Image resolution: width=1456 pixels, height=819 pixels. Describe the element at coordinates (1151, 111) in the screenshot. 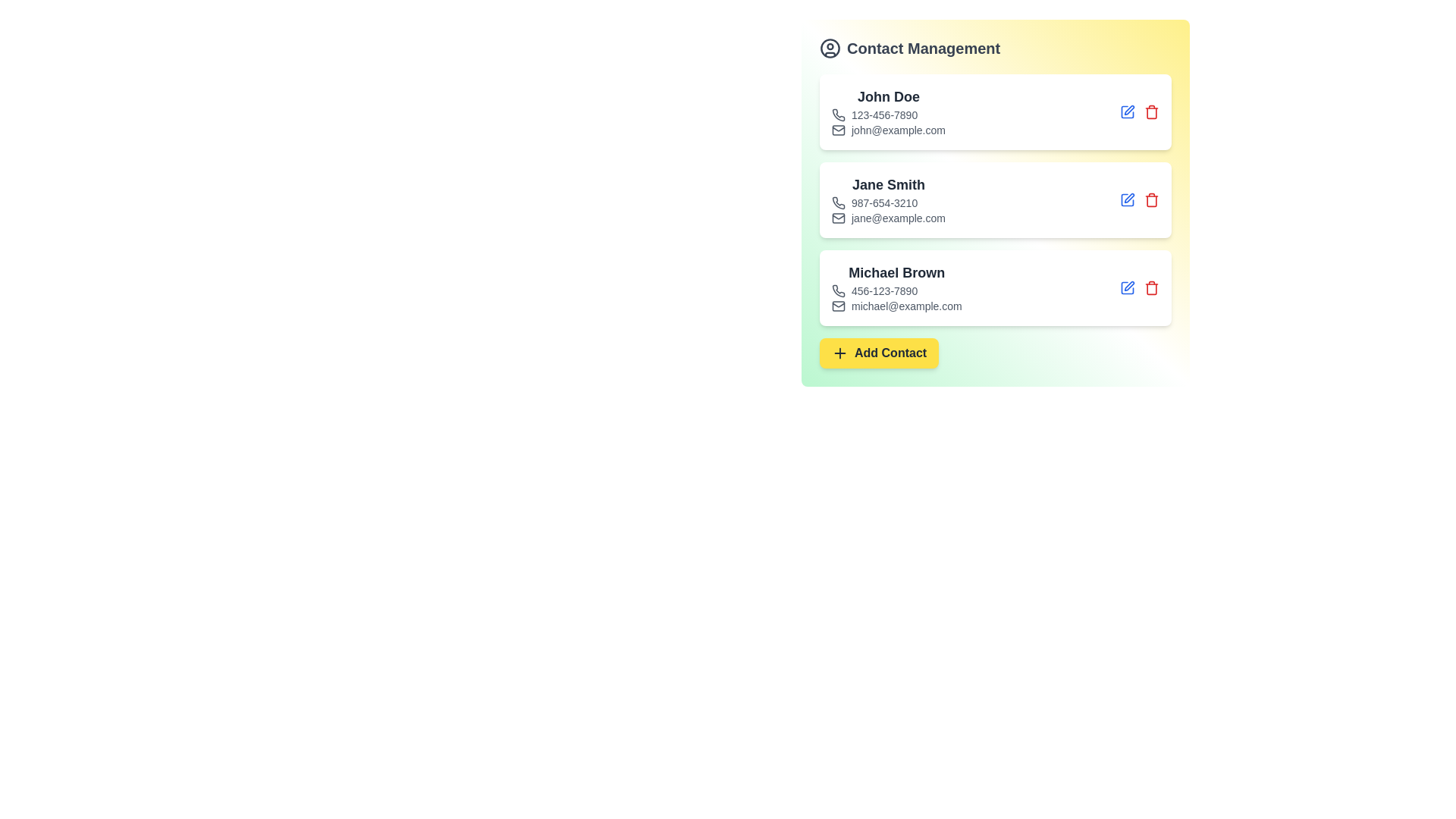

I see `delete button for the contact with name John Doe` at that location.